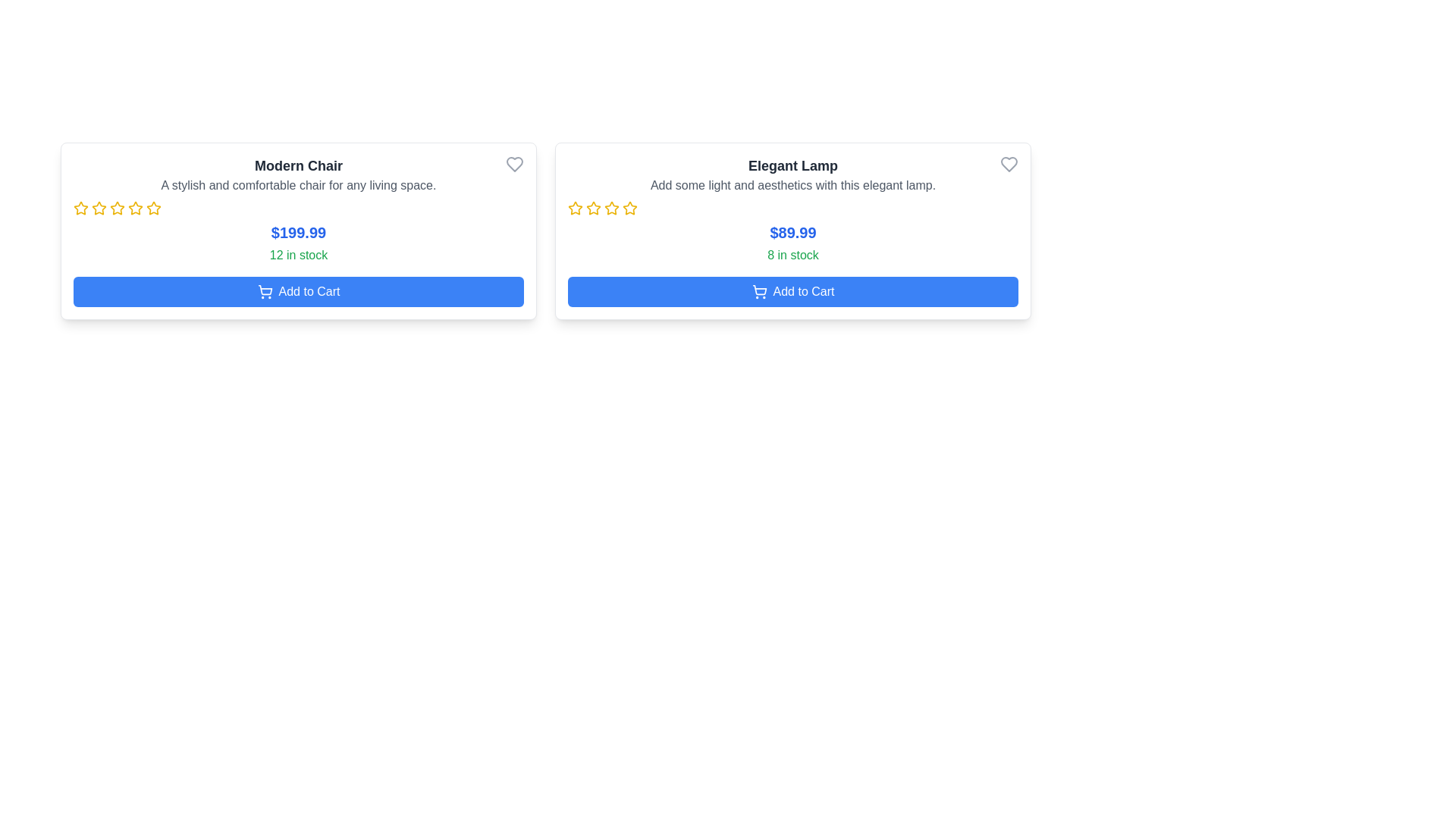  What do you see at coordinates (1009, 164) in the screenshot?
I see `the heart icon at the top-right corner of the 'Elegant Lamp' product card to mark the product as favorite` at bounding box center [1009, 164].